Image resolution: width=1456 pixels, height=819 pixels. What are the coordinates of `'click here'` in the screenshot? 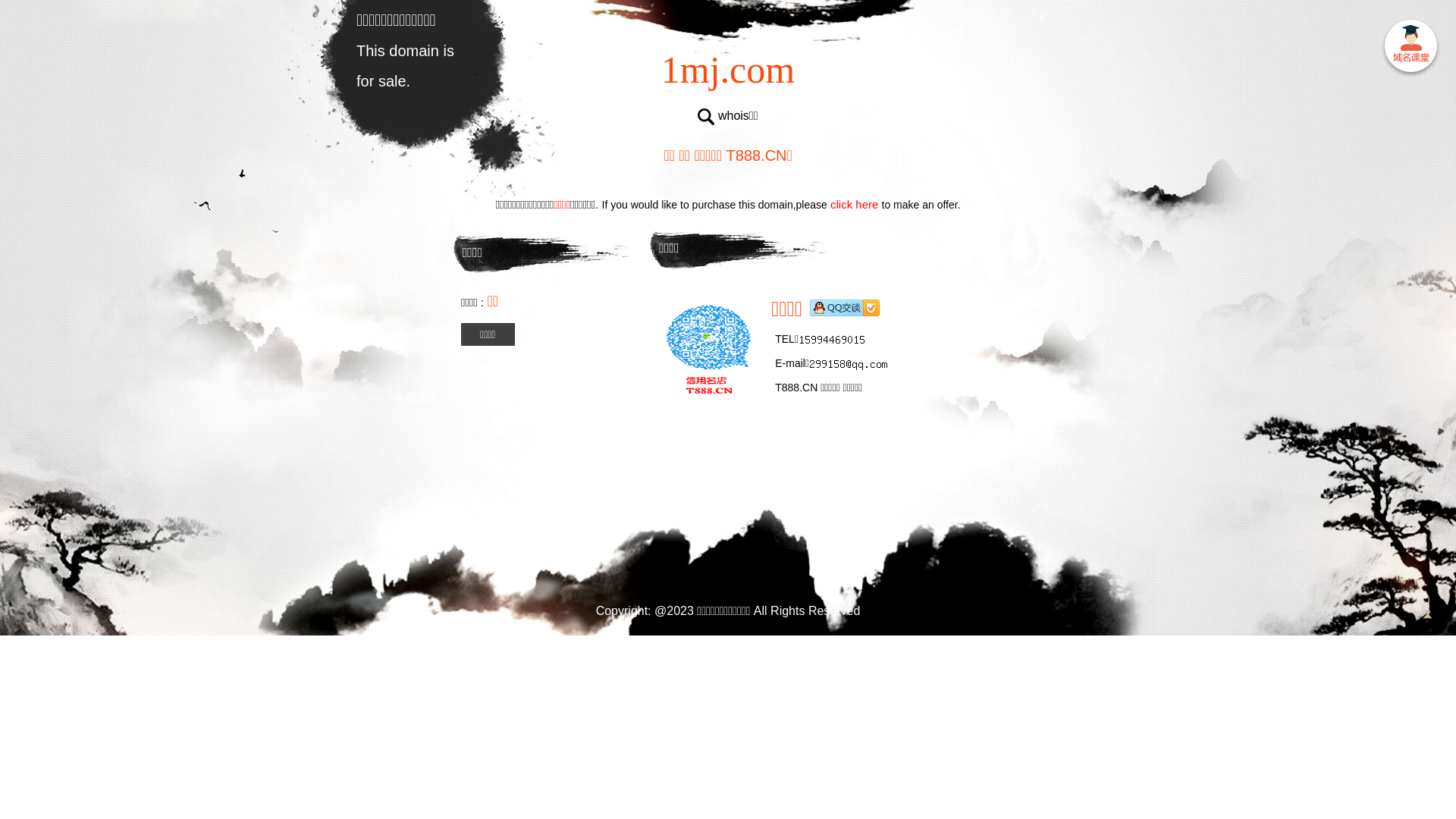 It's located at (826, 203).